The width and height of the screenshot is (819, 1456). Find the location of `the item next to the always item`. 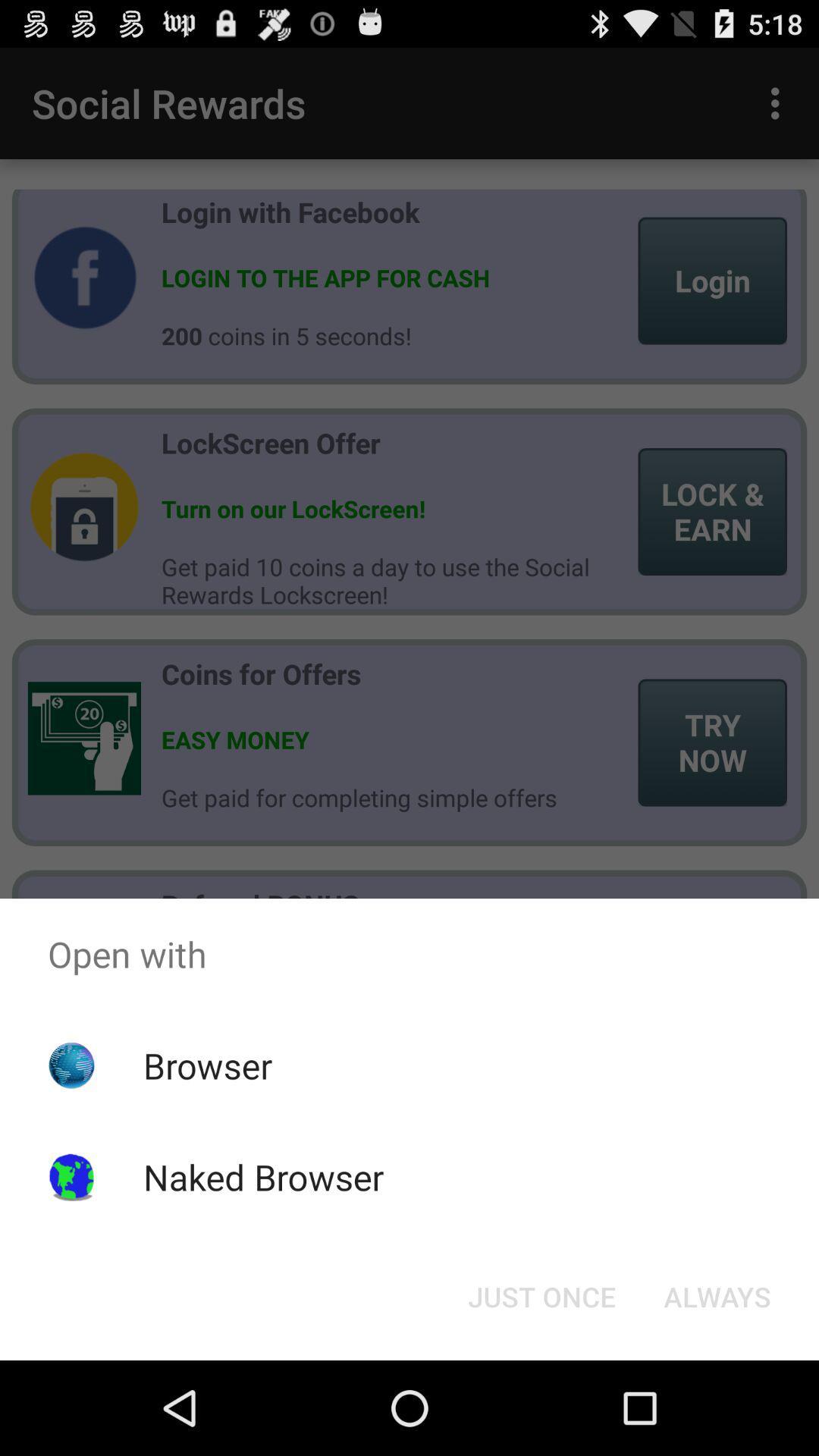

the item next to the always item is located at coordinates (541, 1295).